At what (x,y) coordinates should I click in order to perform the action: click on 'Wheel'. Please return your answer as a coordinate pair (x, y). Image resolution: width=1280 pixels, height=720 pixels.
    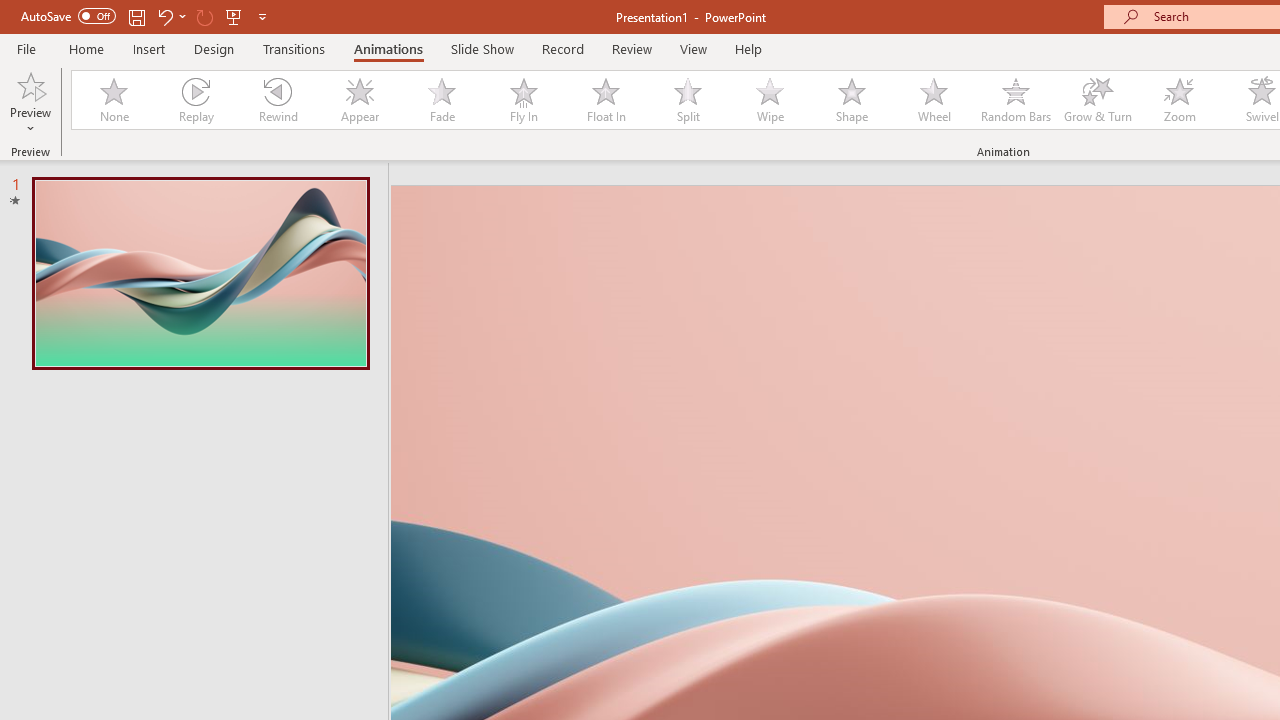
    Looking at the image, I should click on (933, 100).